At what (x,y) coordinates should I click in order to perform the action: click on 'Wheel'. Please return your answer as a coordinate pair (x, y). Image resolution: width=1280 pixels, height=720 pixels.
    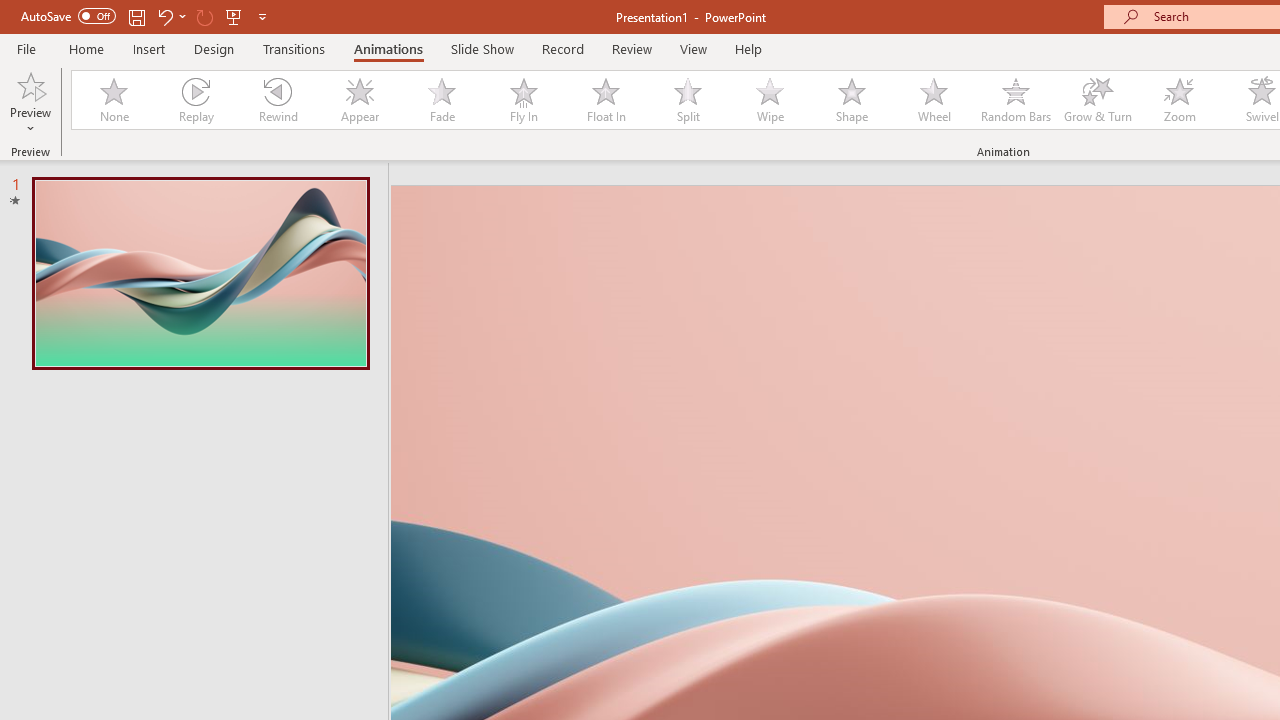
    Looking at the image, I should click on (933, 100).